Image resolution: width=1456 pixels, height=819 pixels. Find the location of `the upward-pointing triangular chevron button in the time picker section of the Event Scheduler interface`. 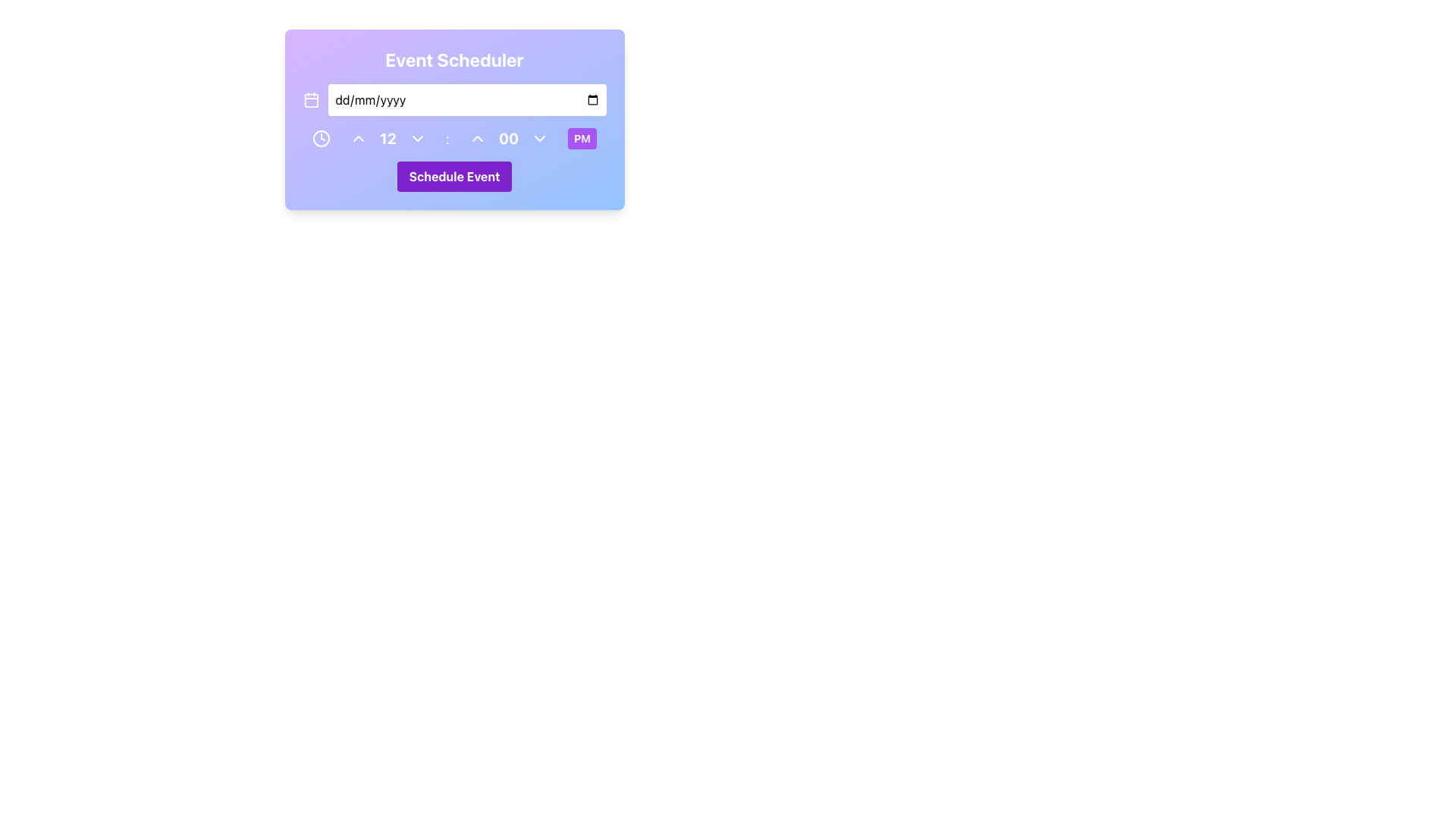

the upward-pointing triangular chevron button in the time picker section of the Event Scheduler interface is located at coordinates (476, 138).